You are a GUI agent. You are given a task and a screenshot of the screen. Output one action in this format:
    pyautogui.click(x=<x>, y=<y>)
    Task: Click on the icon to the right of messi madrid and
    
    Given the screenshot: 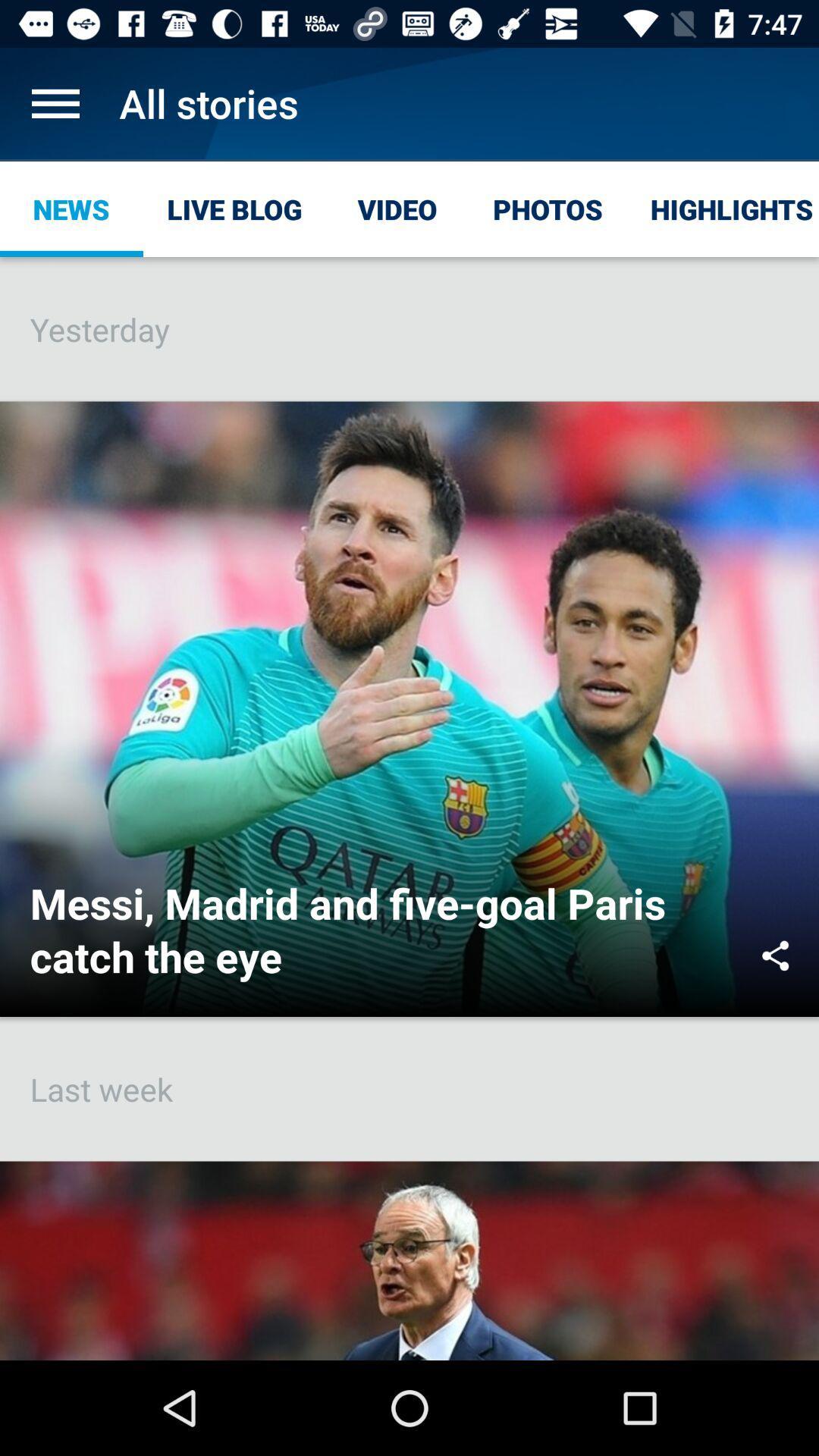 What is the action you would take?
    pyautogui.click(x=775, y=955)
    